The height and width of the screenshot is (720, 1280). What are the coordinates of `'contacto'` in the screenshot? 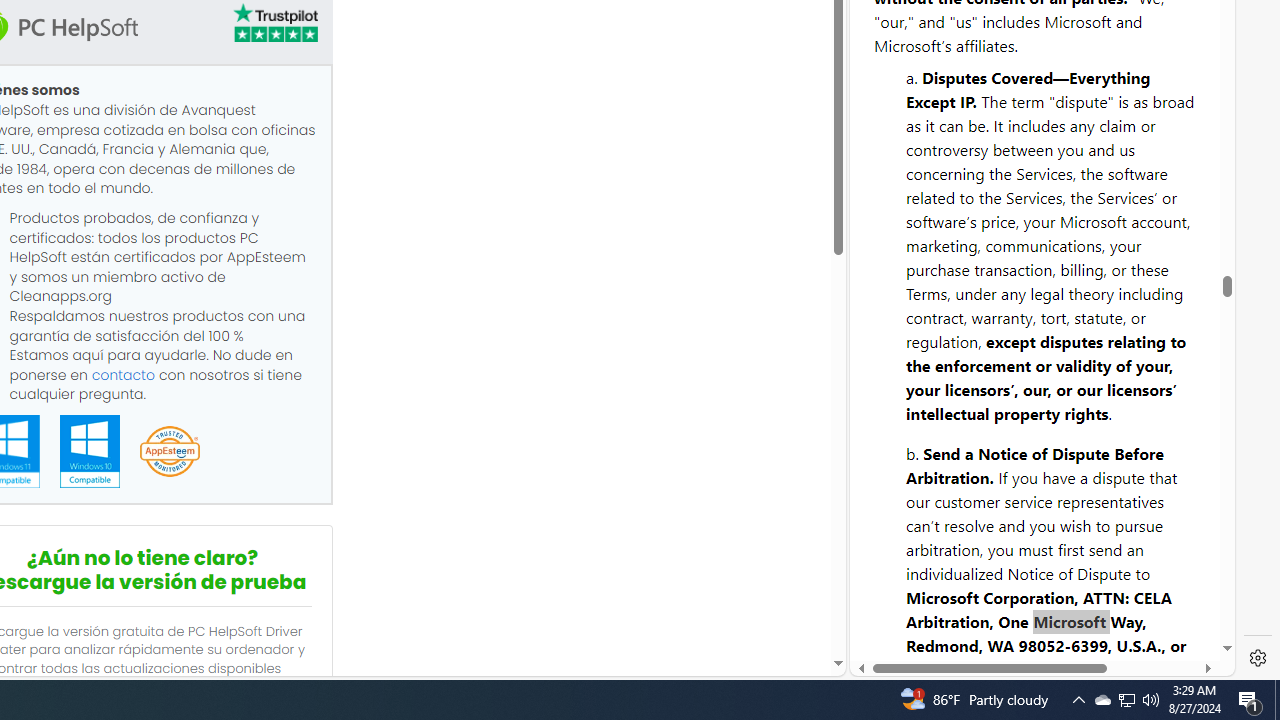 It's located at (122, 374).